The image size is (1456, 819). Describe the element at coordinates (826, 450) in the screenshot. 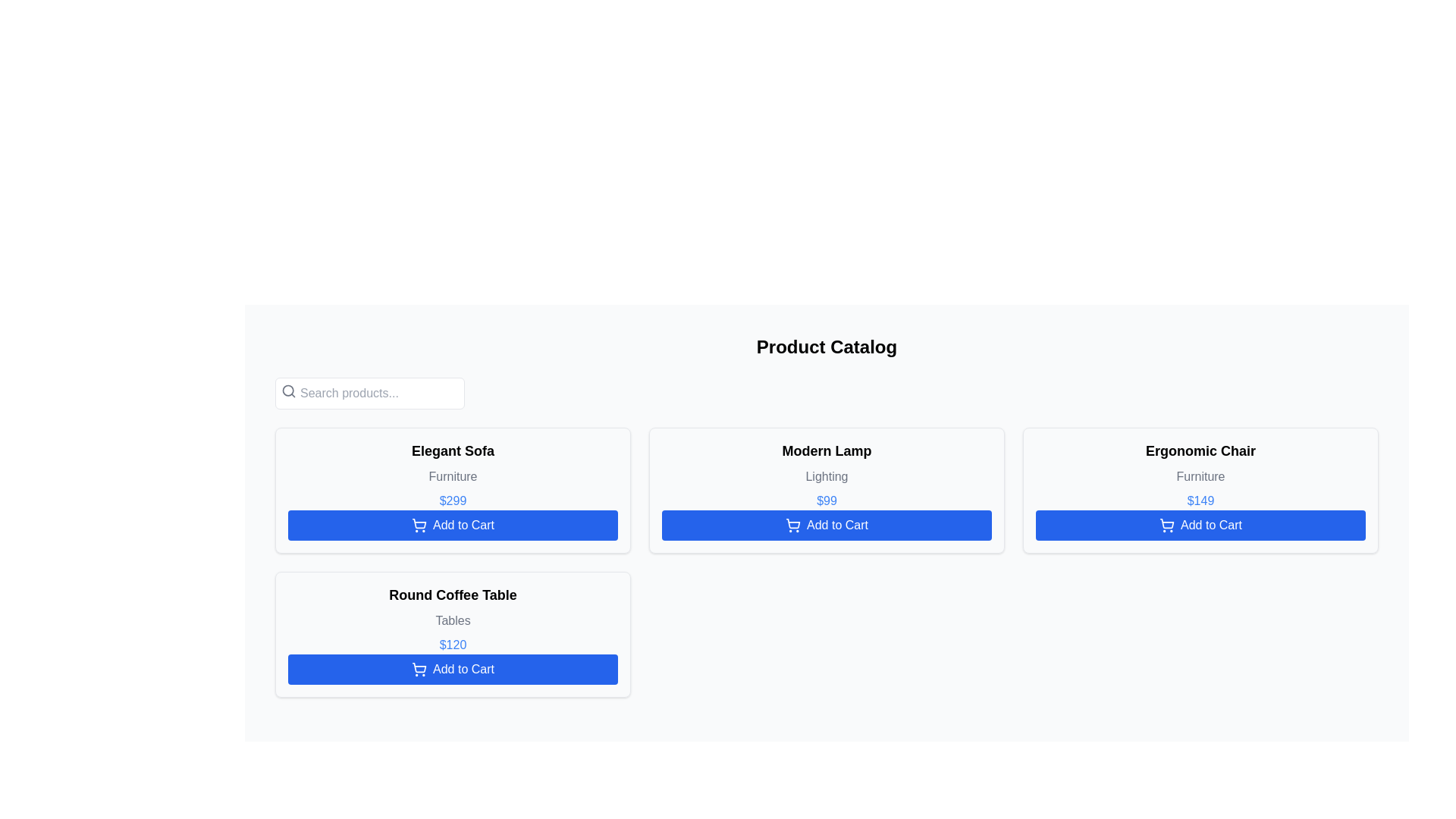

I see `the text of the 'Modern Lamp' product title at the top center of the card for copying or referencing` at that location.